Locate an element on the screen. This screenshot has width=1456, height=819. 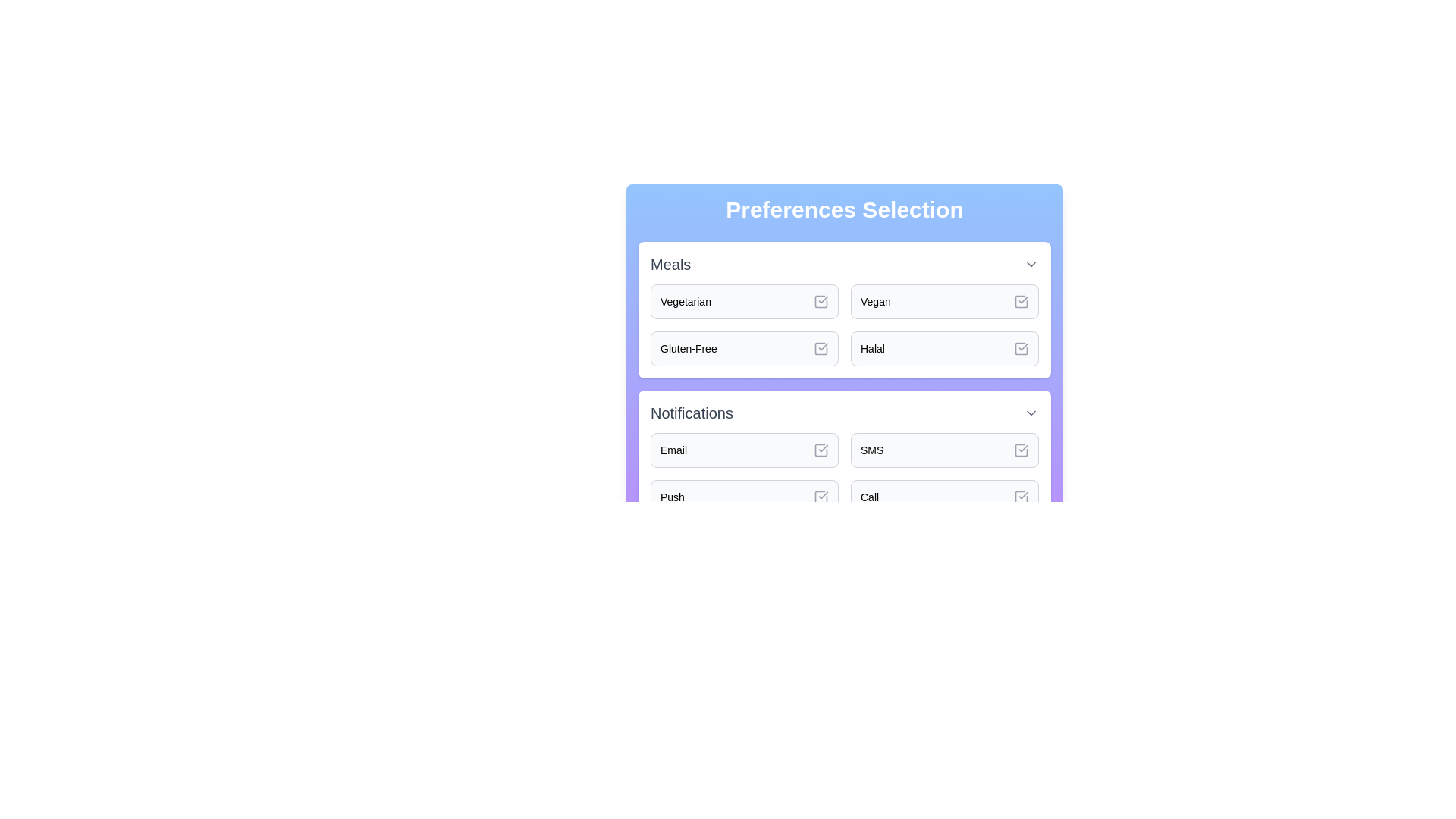
the 'Vegan' selectable option button is located at coordinates (944, 301).